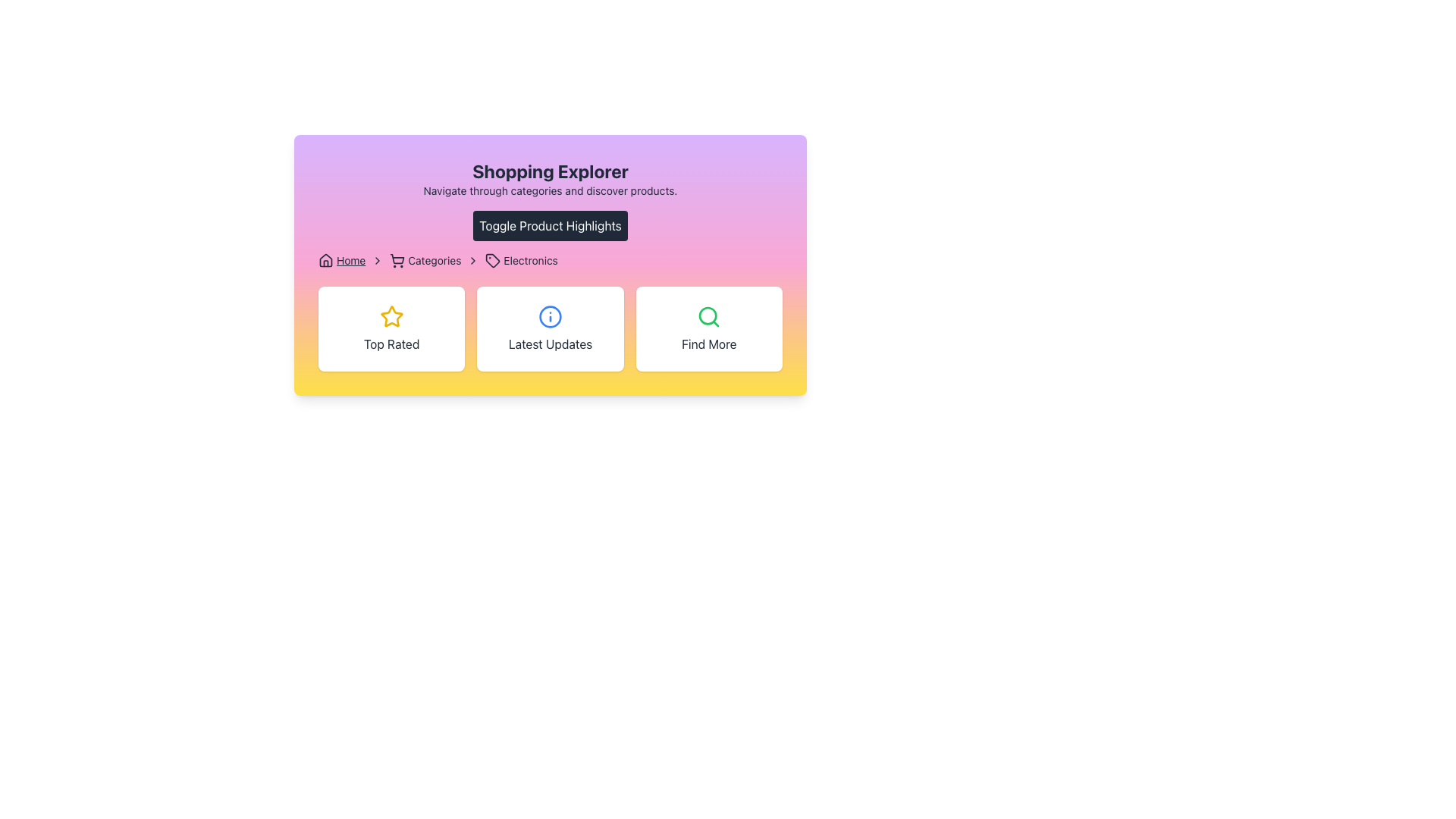 The image size is (1456, 819). I want to click on the right-arrow icon in the breadcrumb navigation, located immediately to the right of the 'Home' text label, so click(378, 259).